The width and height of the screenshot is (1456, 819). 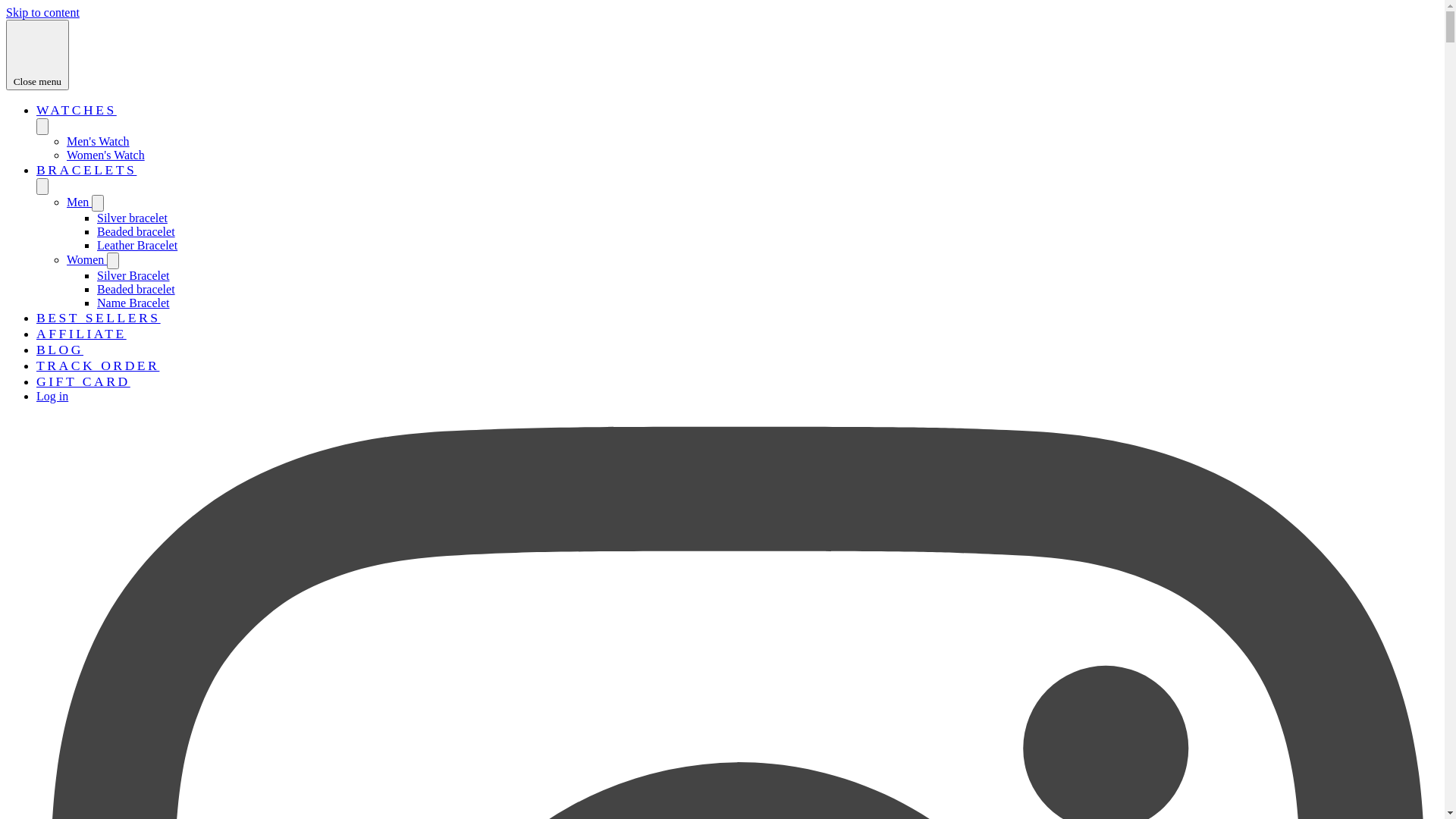 What do you see at coordinates (97, 141) in the screenshot?
I see `'Men's Watch'` at bounding box center [97, 141].